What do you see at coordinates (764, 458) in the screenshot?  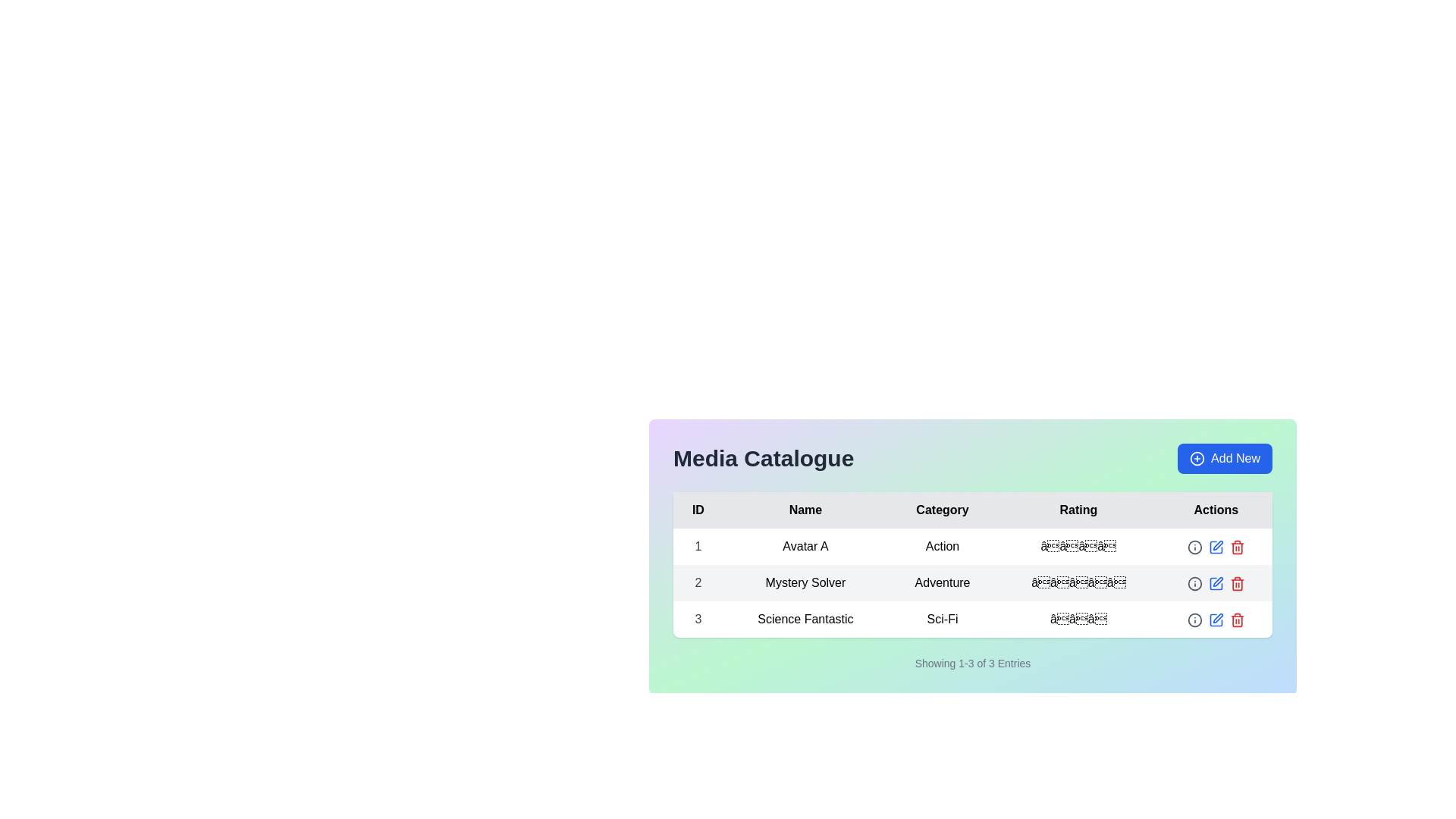 I see `the Text label that serves as the header title for the data table, indicating the category or context of the information presented below` at bounding box center [764, 458].